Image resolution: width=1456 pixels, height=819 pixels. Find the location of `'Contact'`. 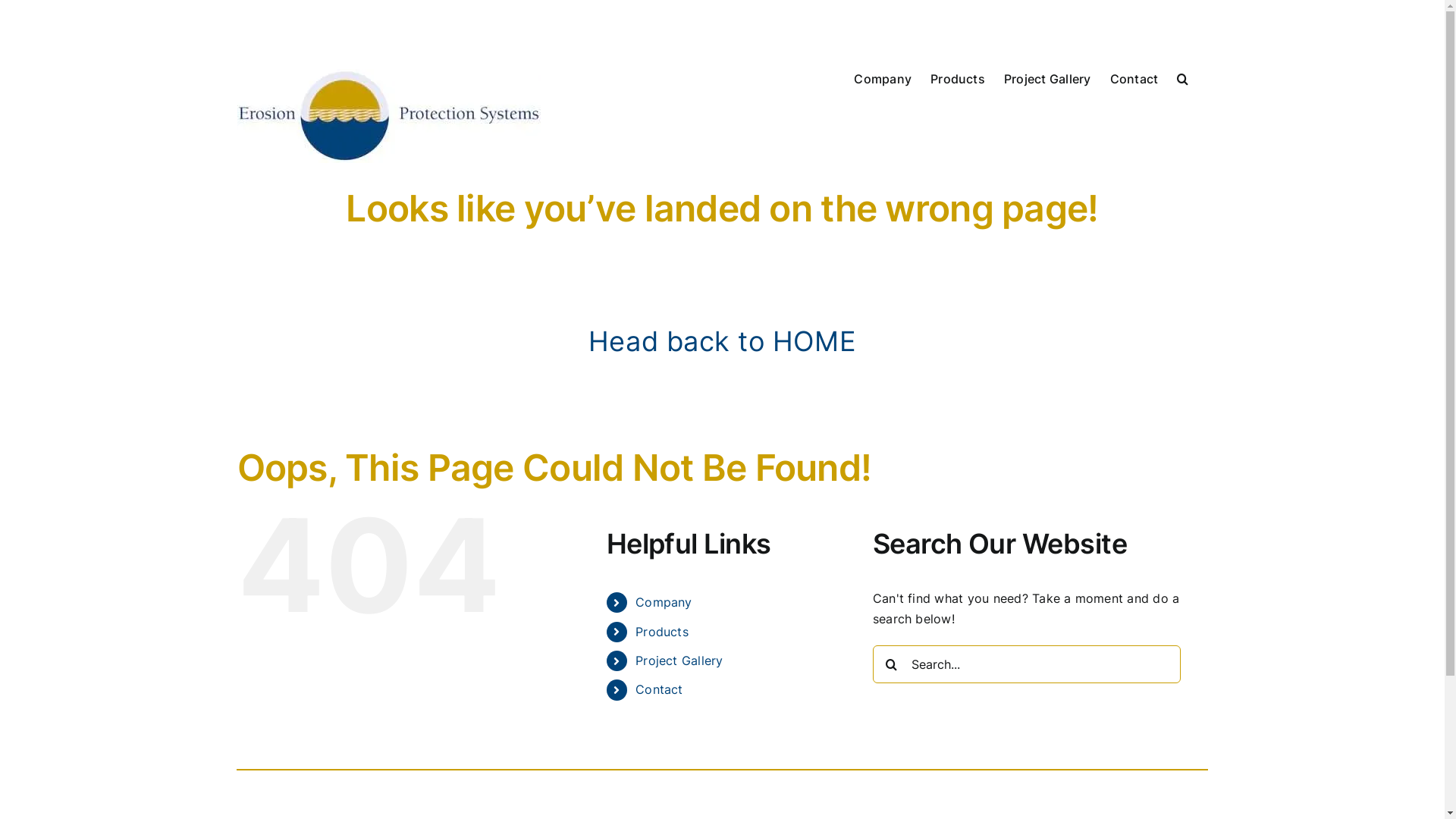

'Contact' is located at coordinates (659, 689).